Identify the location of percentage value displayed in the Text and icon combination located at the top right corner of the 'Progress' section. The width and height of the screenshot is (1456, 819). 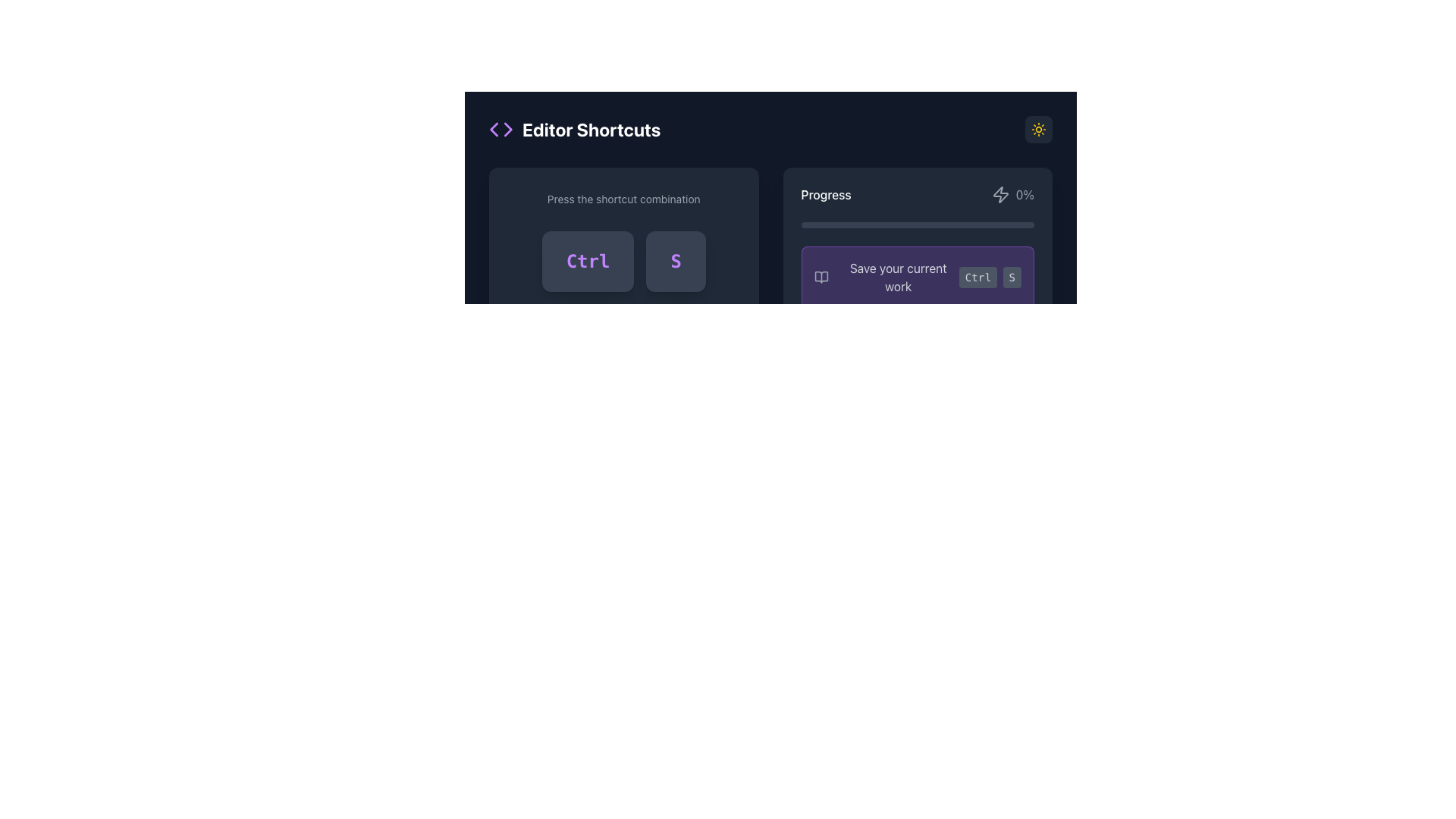
(1012, 194).